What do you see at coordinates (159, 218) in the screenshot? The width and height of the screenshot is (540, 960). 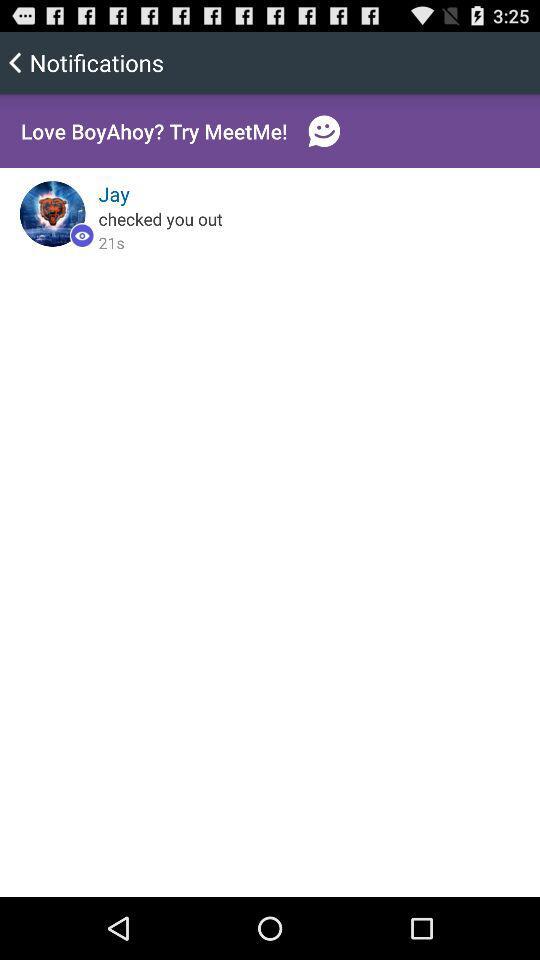 I see `app above 21s item` at bounding box center [159, 218].